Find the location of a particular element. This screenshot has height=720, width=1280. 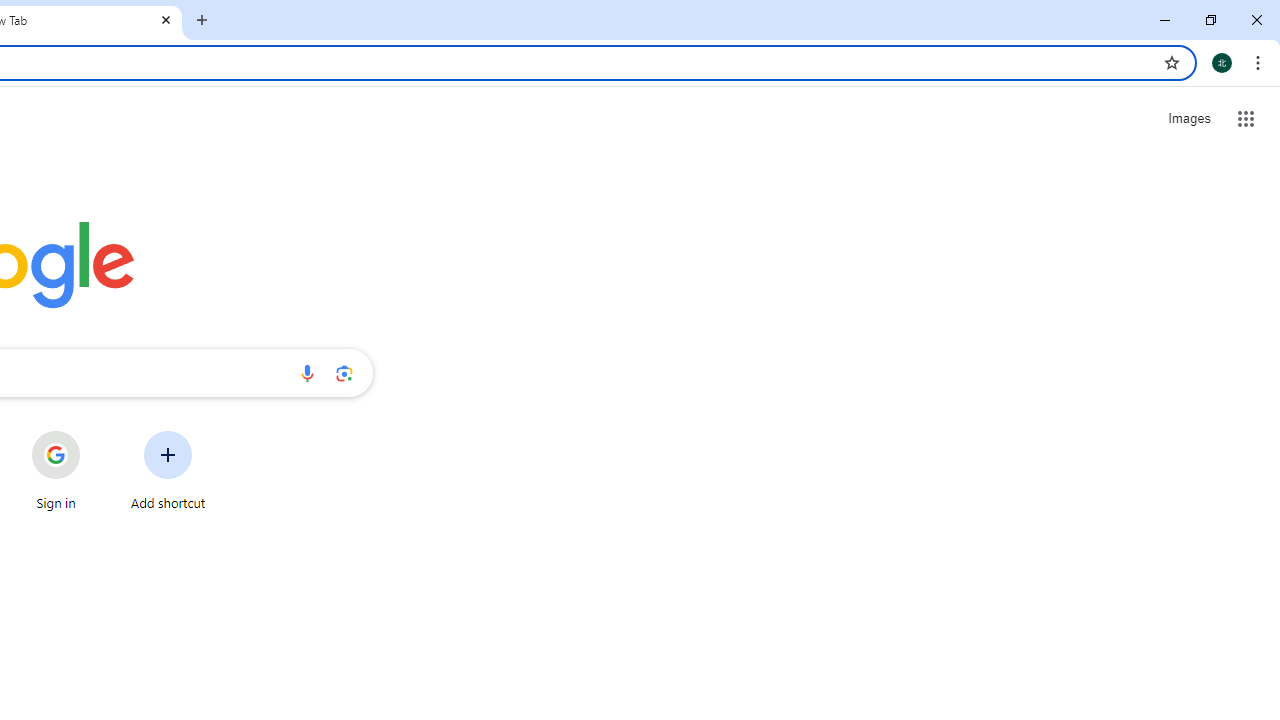

'Google apps' is located at coordinates (1245, 119).